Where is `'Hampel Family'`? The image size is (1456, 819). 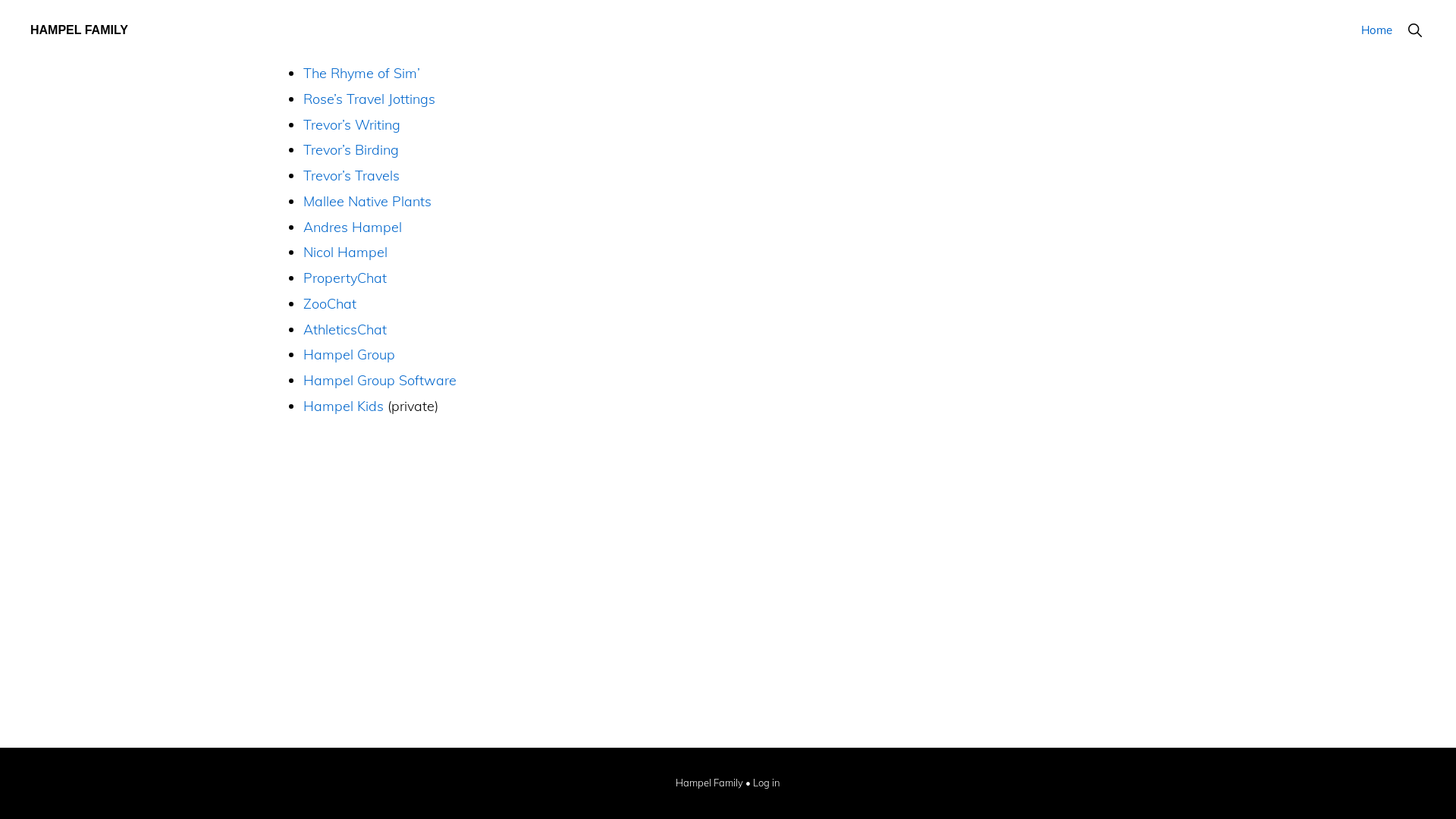
'Hampel Family' is located at coordinates (708, 783).